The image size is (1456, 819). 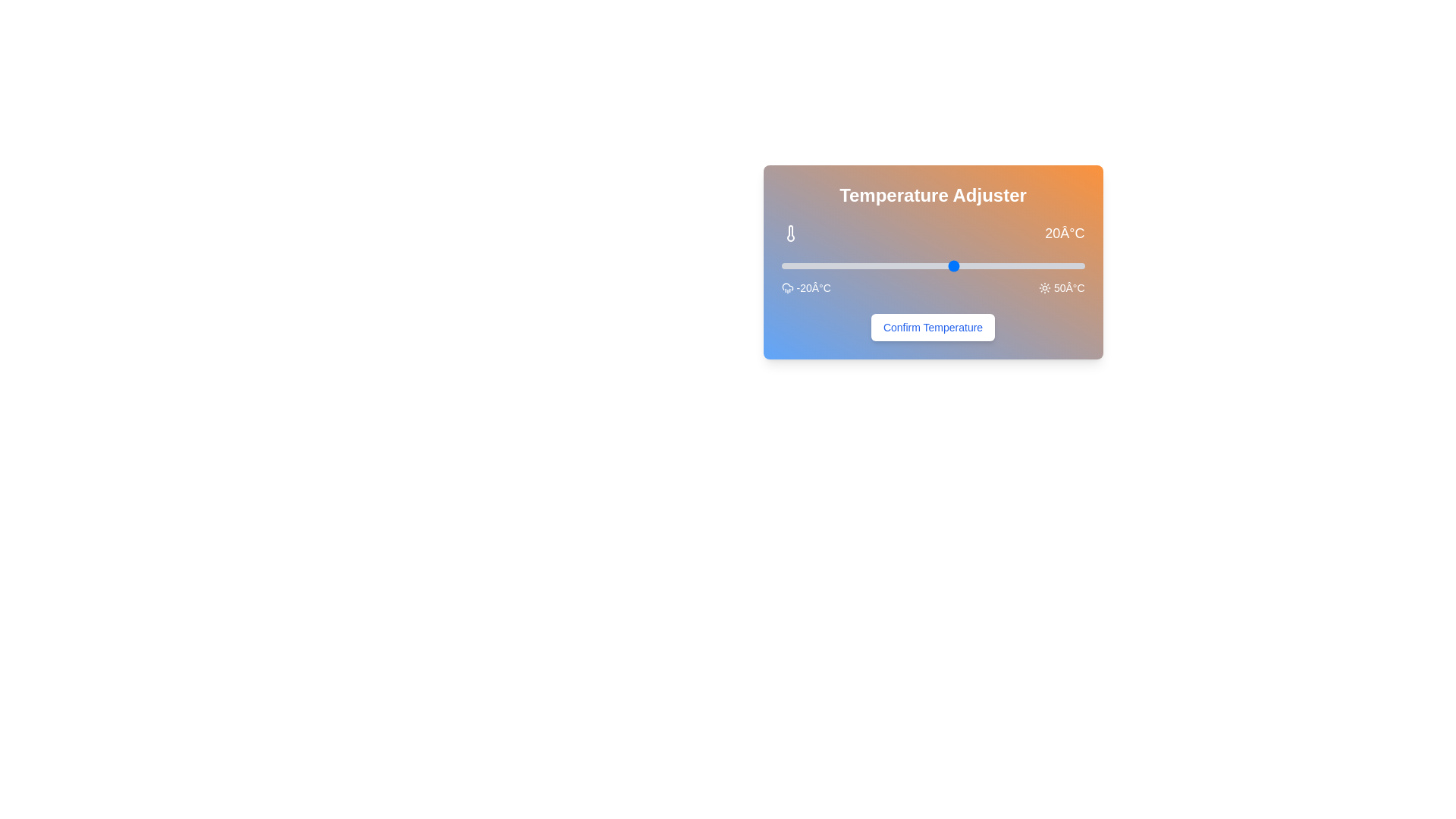 What do you see at coordinates (877, 265) in the screenshot?
I see `the temperature slider to 2°C` at bounding box center [877, 265].